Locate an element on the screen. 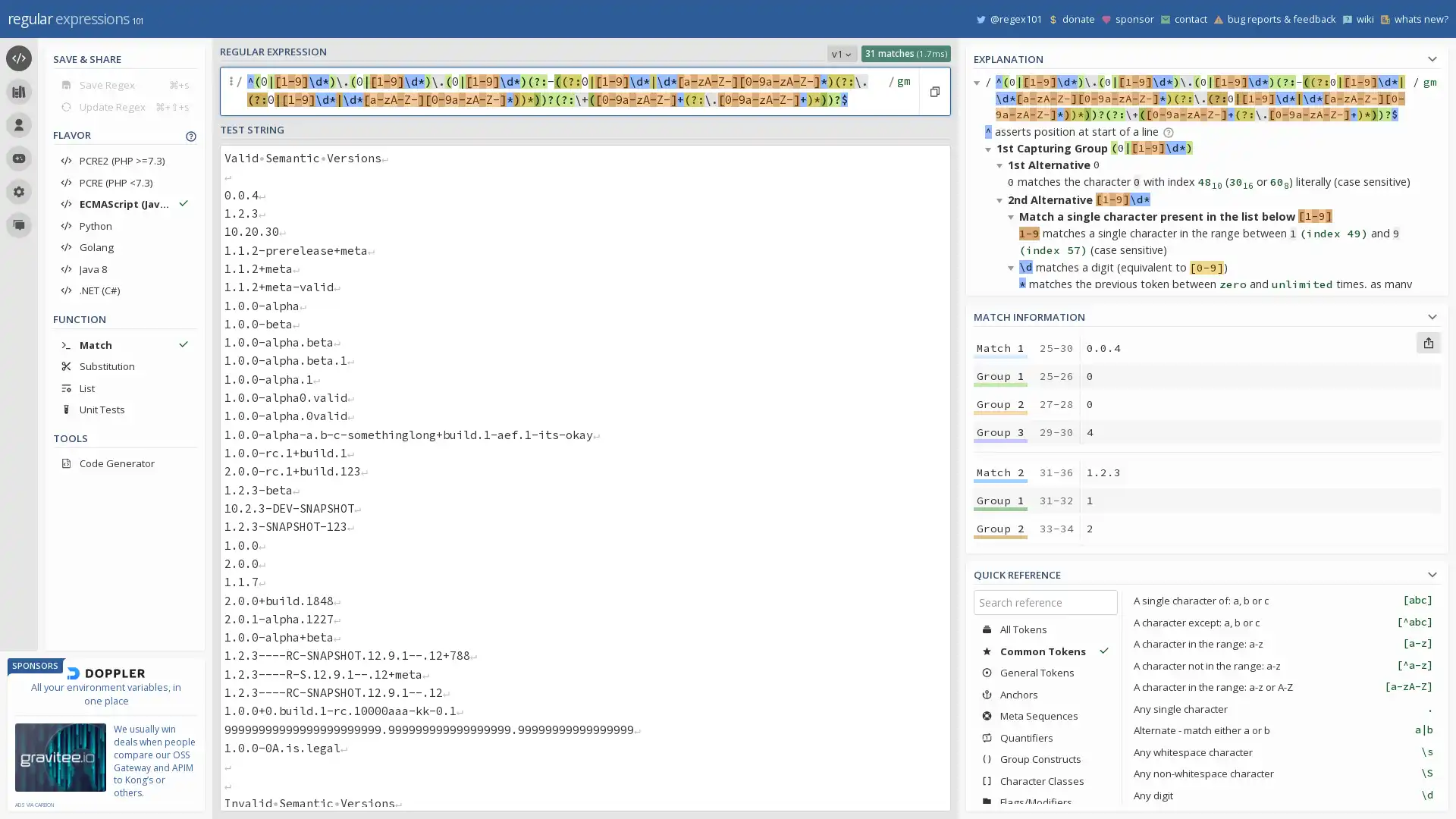 This screenshot has height=819, width=1456. Group 3 is located at coordinates (1000, 804).